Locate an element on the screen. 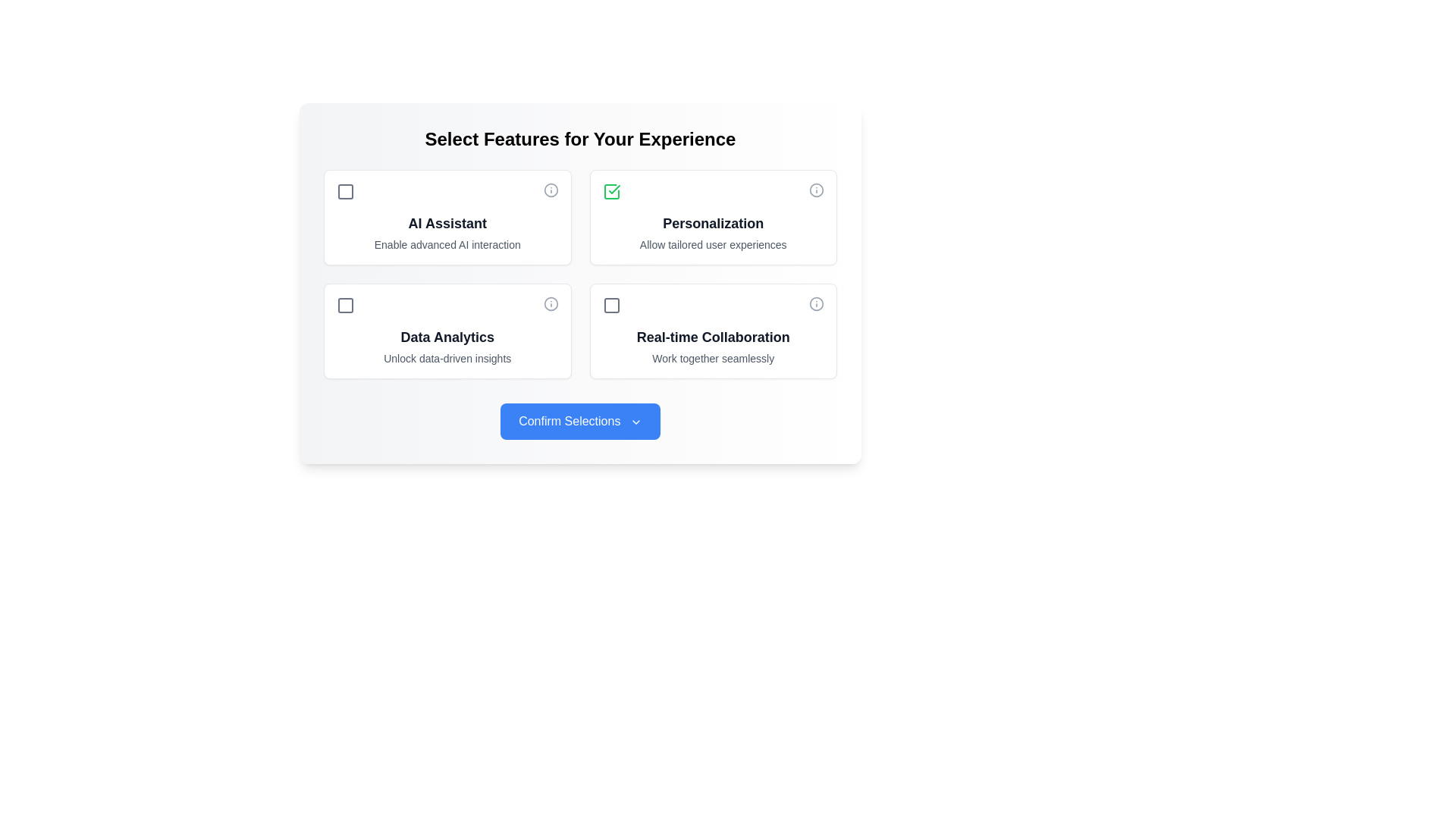  informational text label about the 'Data Analytics' feature located in the lower-left quadrant of a 2x2 grid layout, specifically in the first item of the second row is located at coordinates (447, 346).